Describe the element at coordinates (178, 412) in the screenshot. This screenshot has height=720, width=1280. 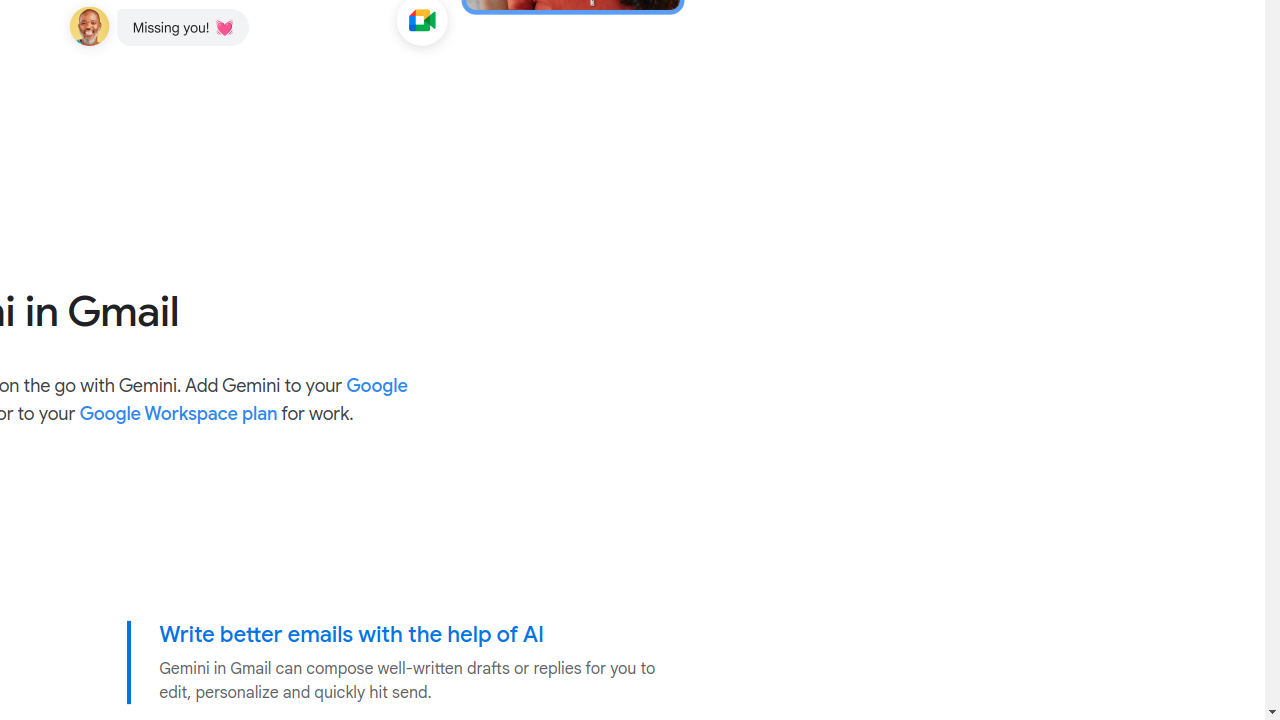
I see `'Google Workspace plan'` at that location.